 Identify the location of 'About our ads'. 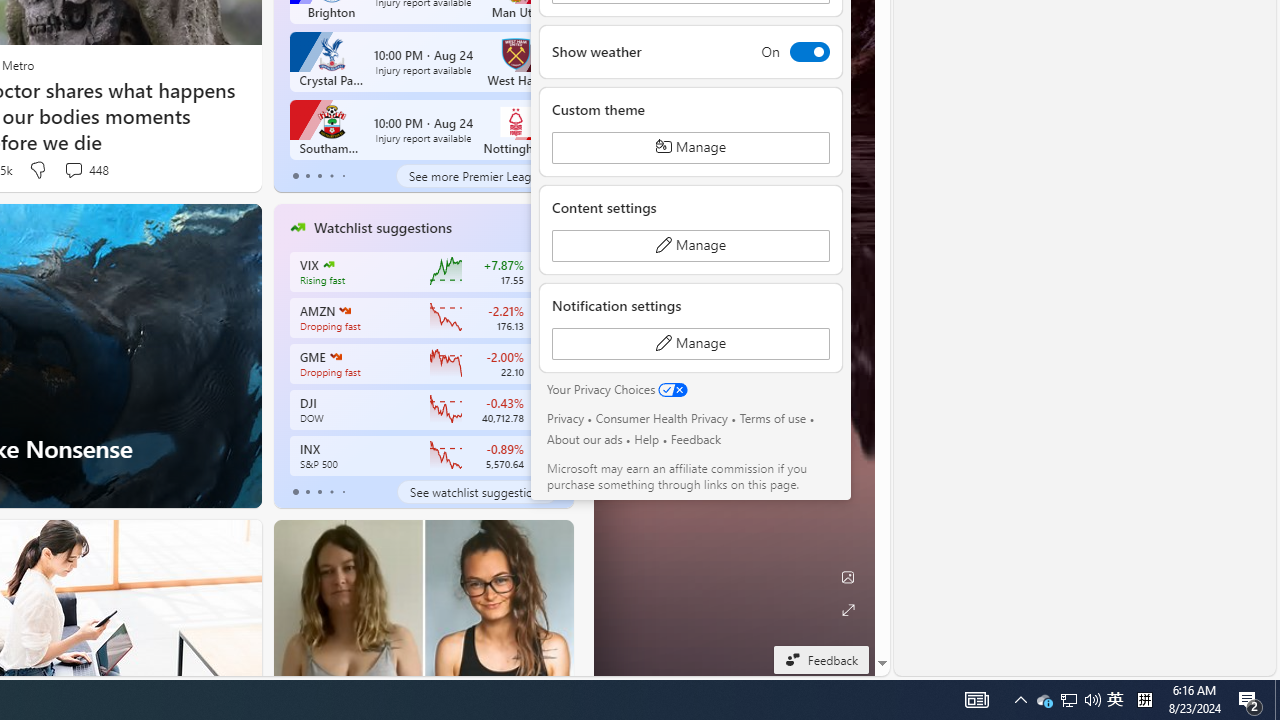
(583, 438).